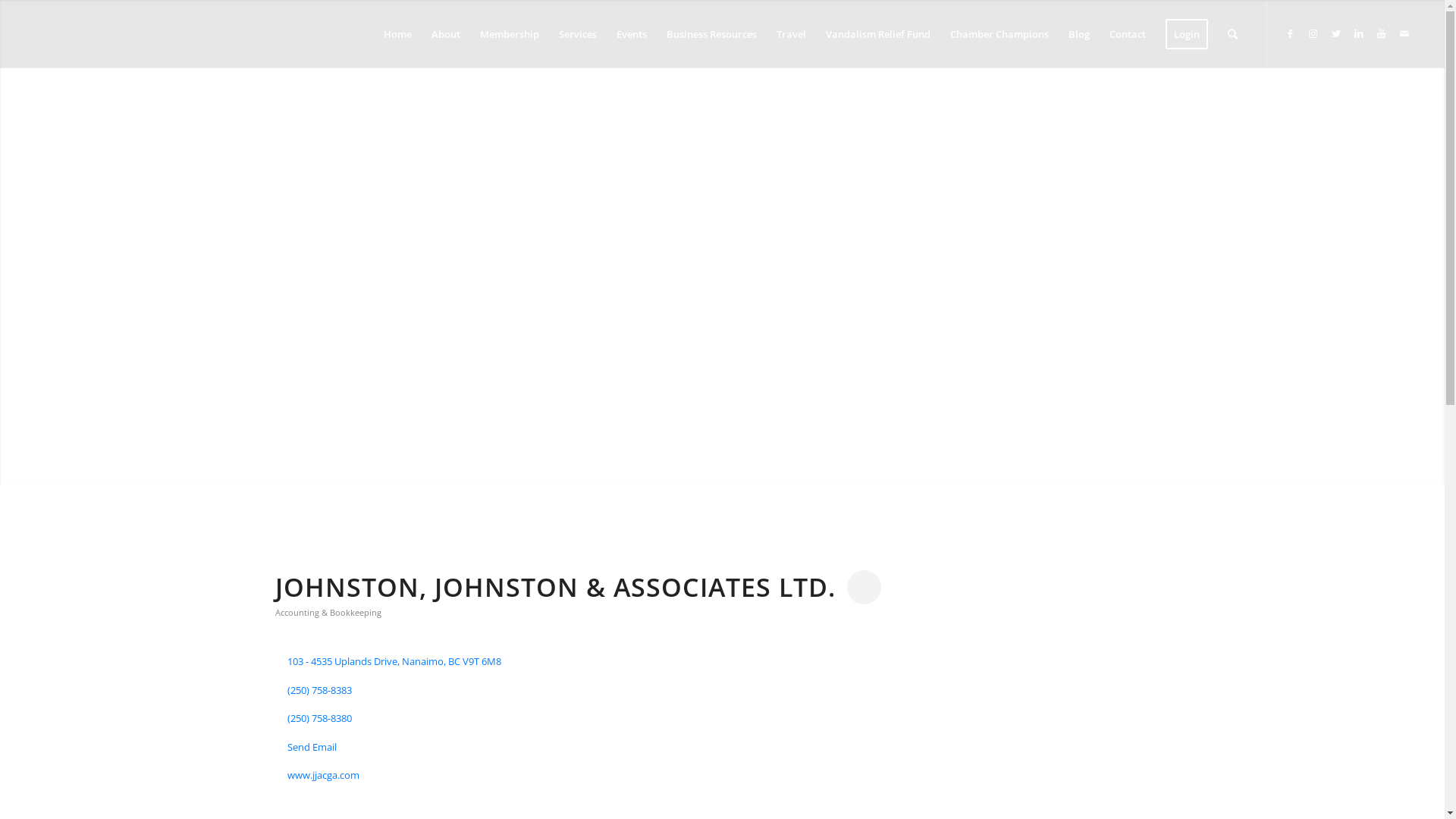 The width and height of the screenshot is (1456, 819). What do you see at coordinates (445, 34) in the screenshot?
I see `'About'` at bounding box center [445, 34].